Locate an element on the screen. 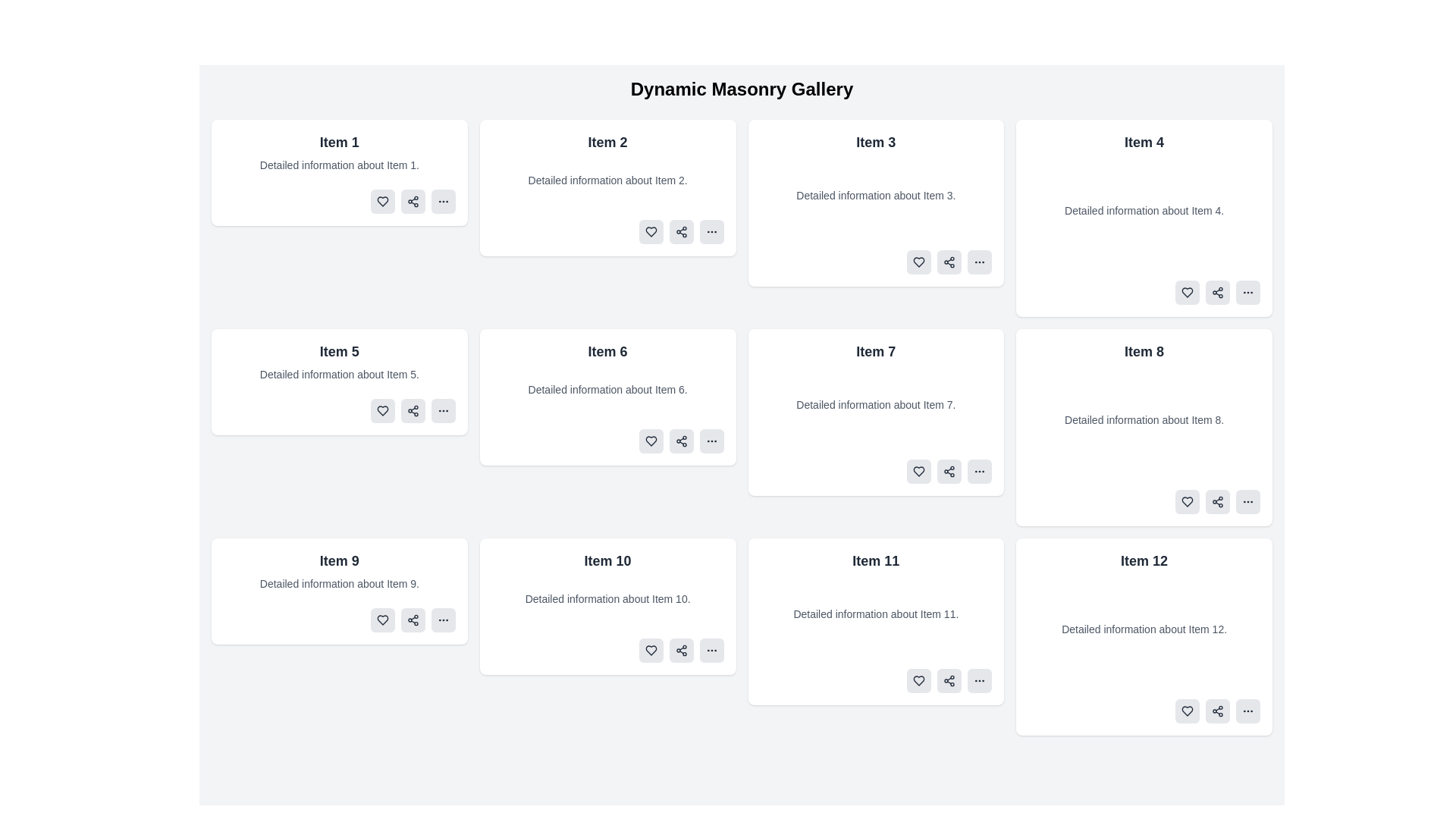  the heart icon button located in the first item box of the grid layout is located at coordinates (382, 201).